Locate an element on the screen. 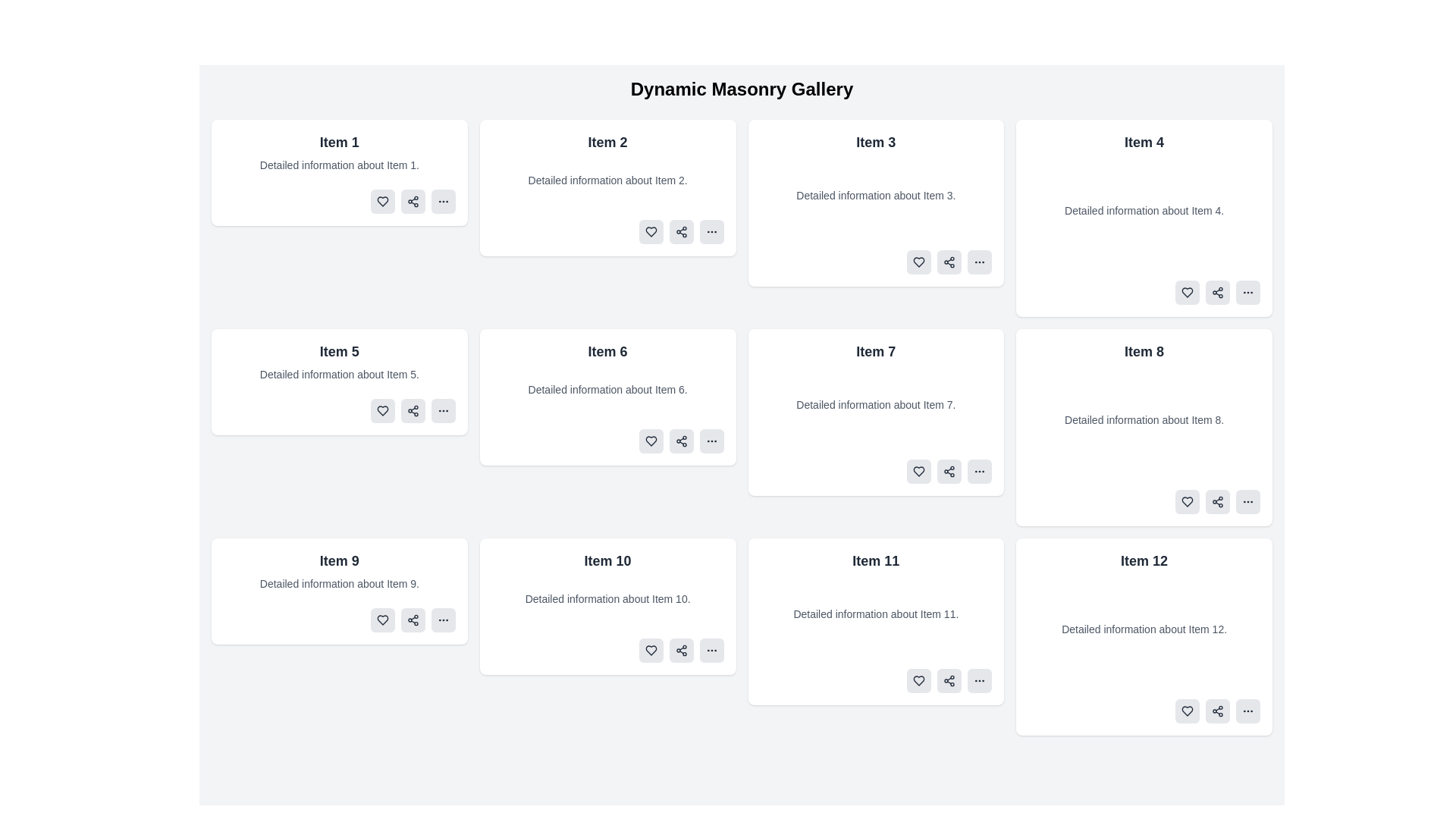  the heart icon button located in the first item box of the grid layout is located at coordinates (382, 201).